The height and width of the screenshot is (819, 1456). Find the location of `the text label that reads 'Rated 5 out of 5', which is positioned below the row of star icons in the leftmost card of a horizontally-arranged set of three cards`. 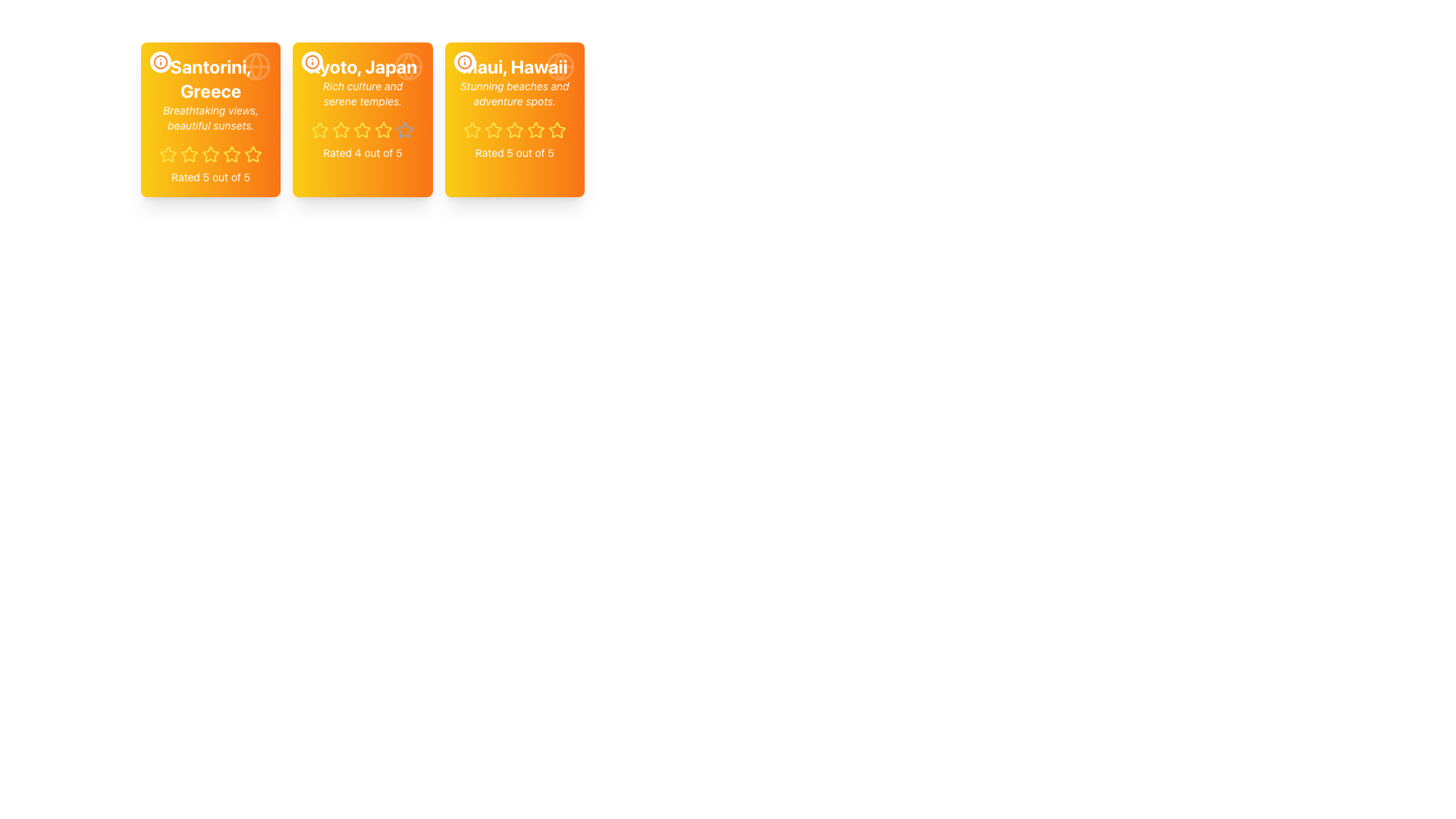

the text label that reads 'Rated 5 out of 5', which is positioned below the row of star icons in the leftmost card of a horizontally-arranged set of three cards is located at coordinates (210, 177).